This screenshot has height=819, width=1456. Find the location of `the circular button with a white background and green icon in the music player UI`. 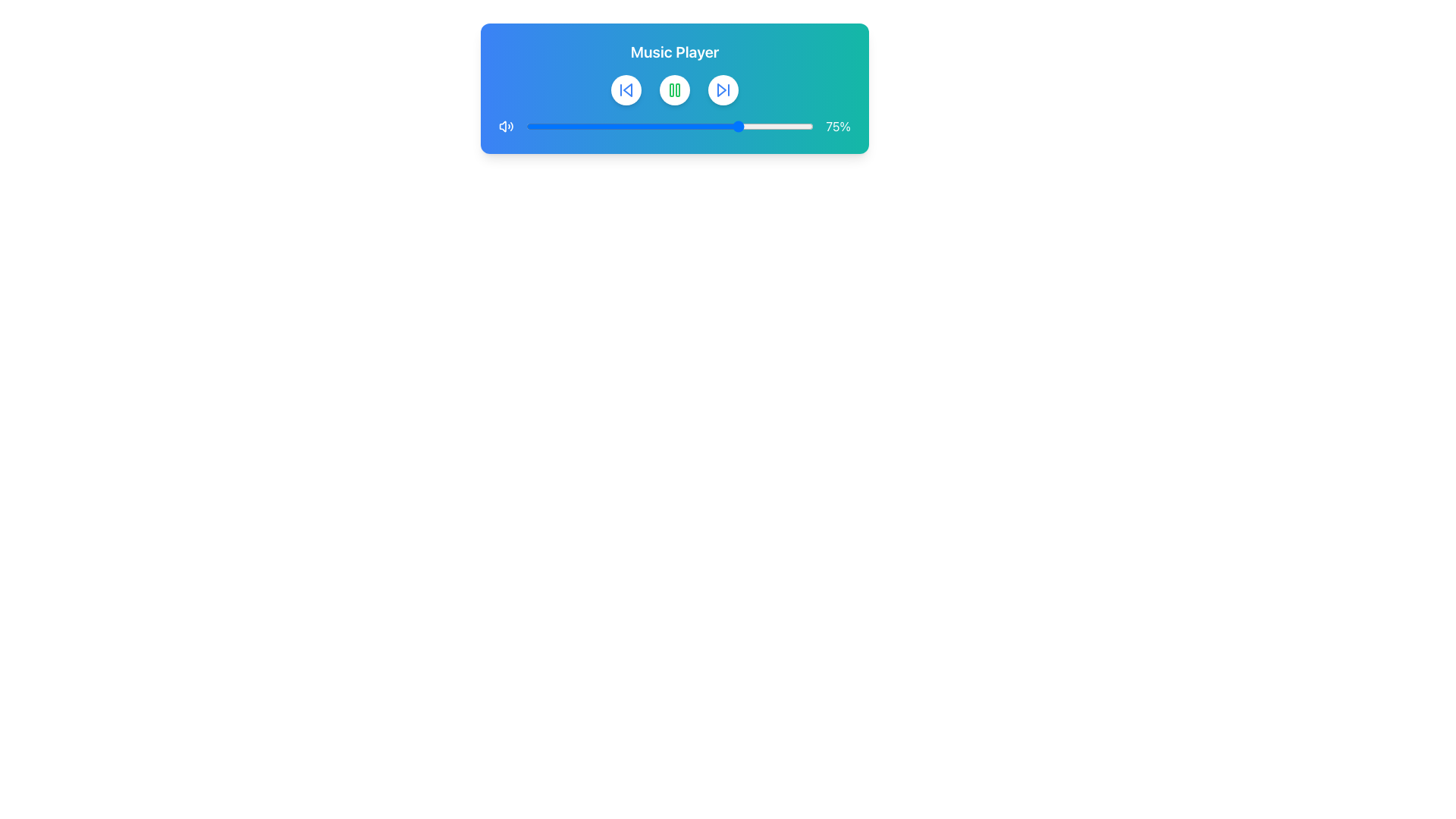

the circular button with a white background and green icon in the music player UI is located at coordinates (673, 90).